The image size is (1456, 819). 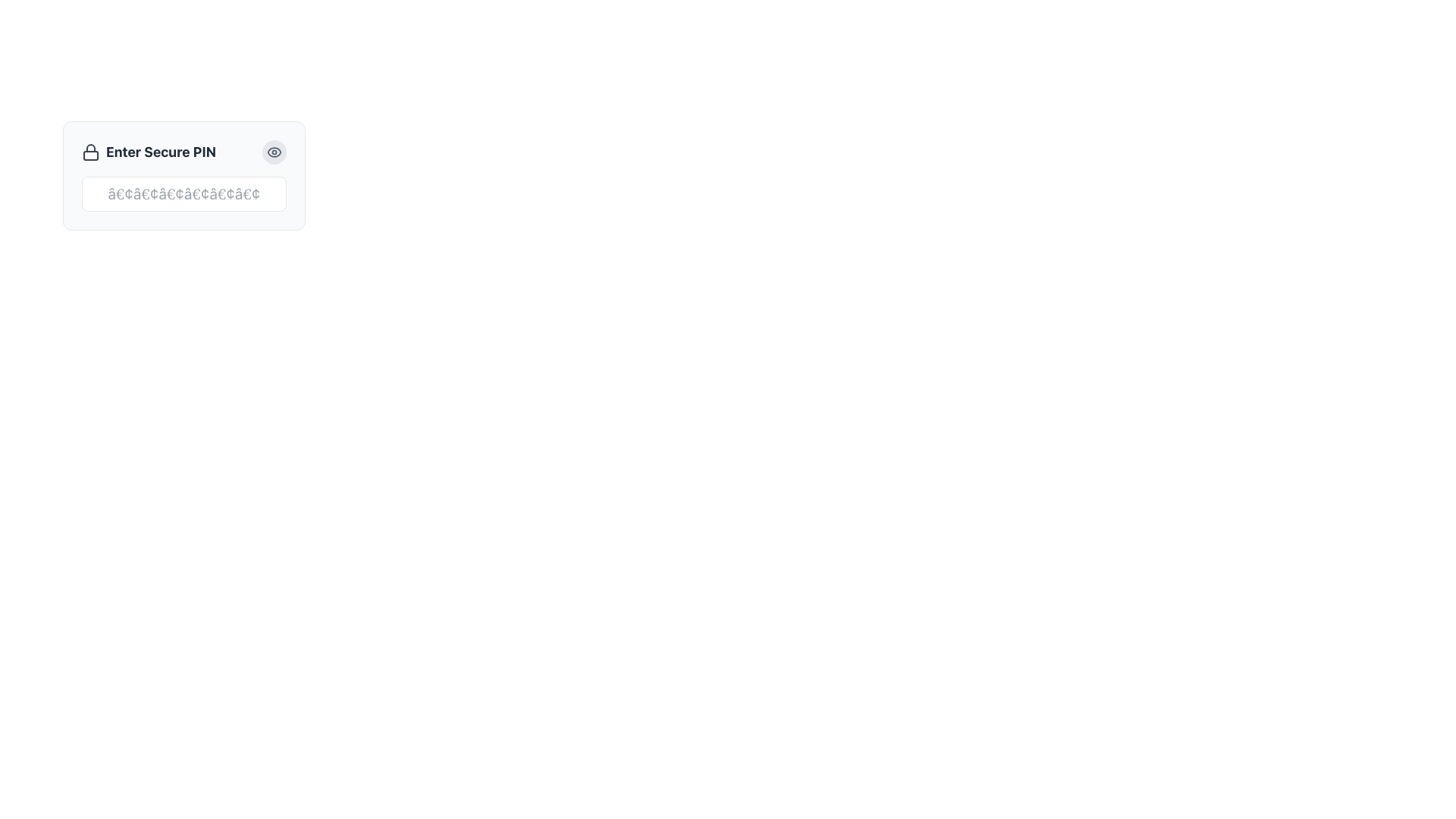 What do you see at coordinates (274, 152) in the screenshot?
I see `the eye icon located on the right side of the 'Enter Secure PIN' input field` at bounding box center [274, 152].